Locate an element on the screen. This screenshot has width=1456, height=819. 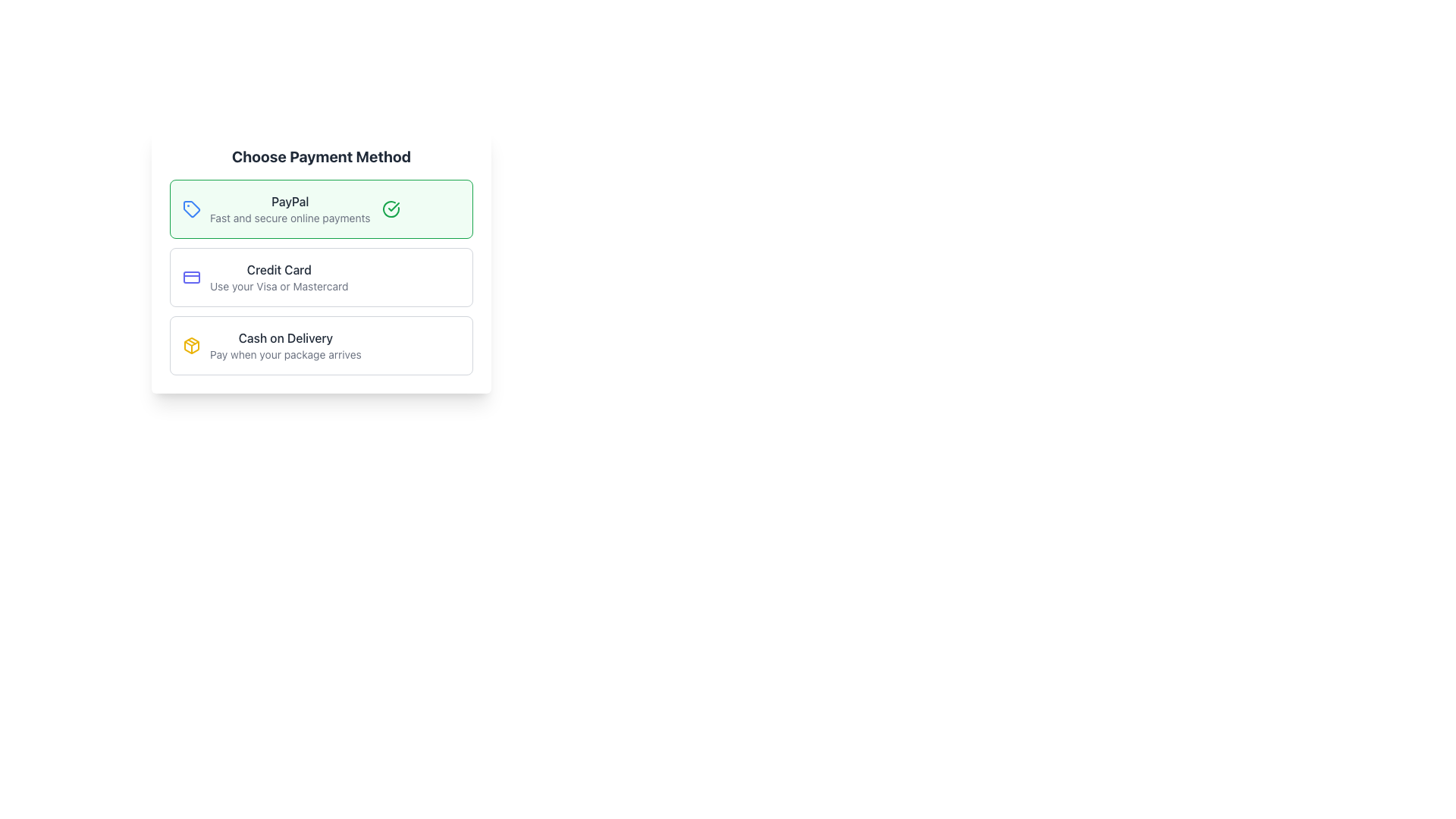
the text block displaying 'Credit Card' which is styled with a bold dark font and contains the description 'Use your Visa or Mastercard'. This block is visually centered within its card, positioned between the 'PayPal' and 'Cash on Delivery' options is located at coordinates (279, 278).